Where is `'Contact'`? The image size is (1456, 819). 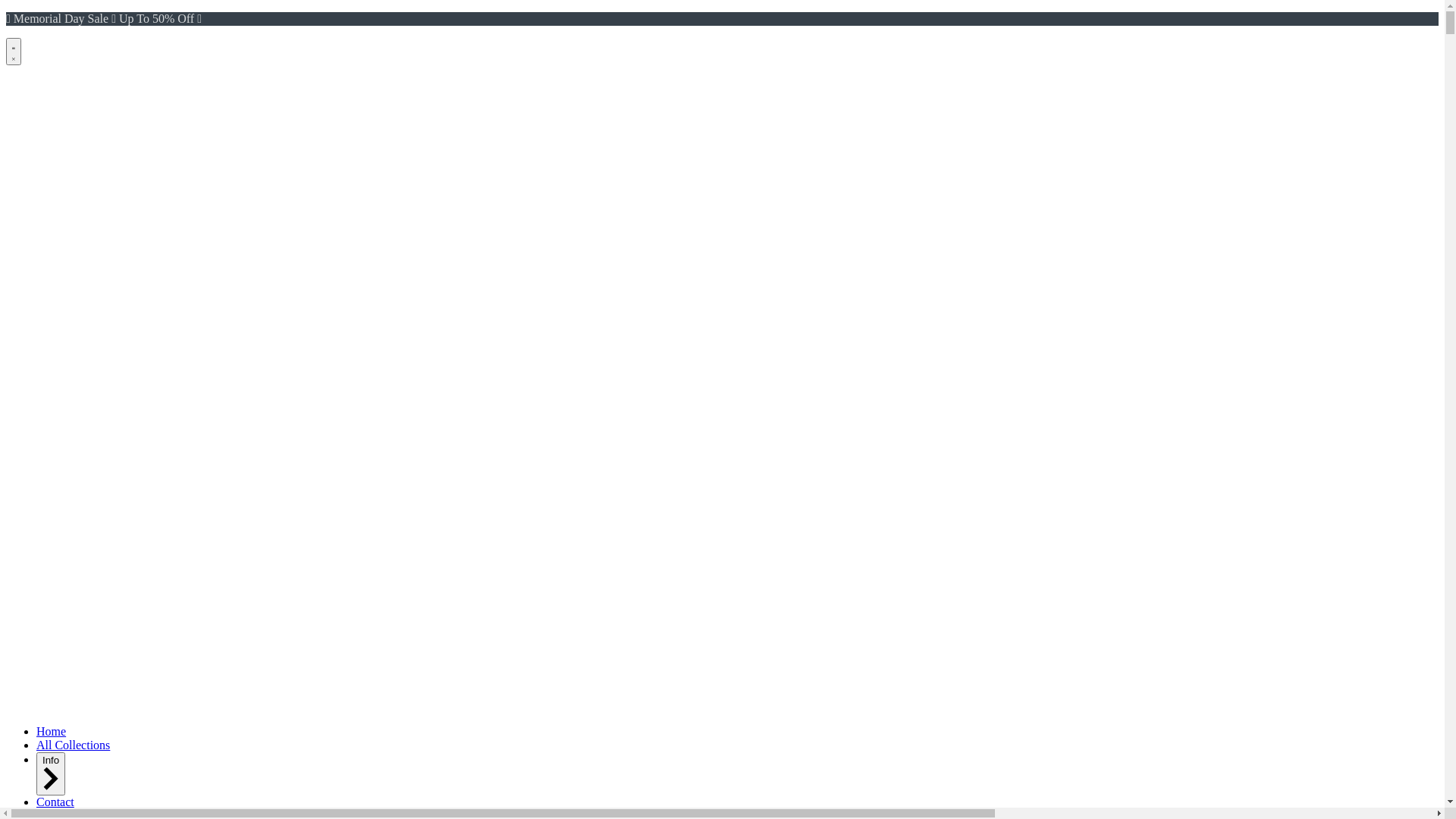 'Contact' is located at coordinates (36, 801).